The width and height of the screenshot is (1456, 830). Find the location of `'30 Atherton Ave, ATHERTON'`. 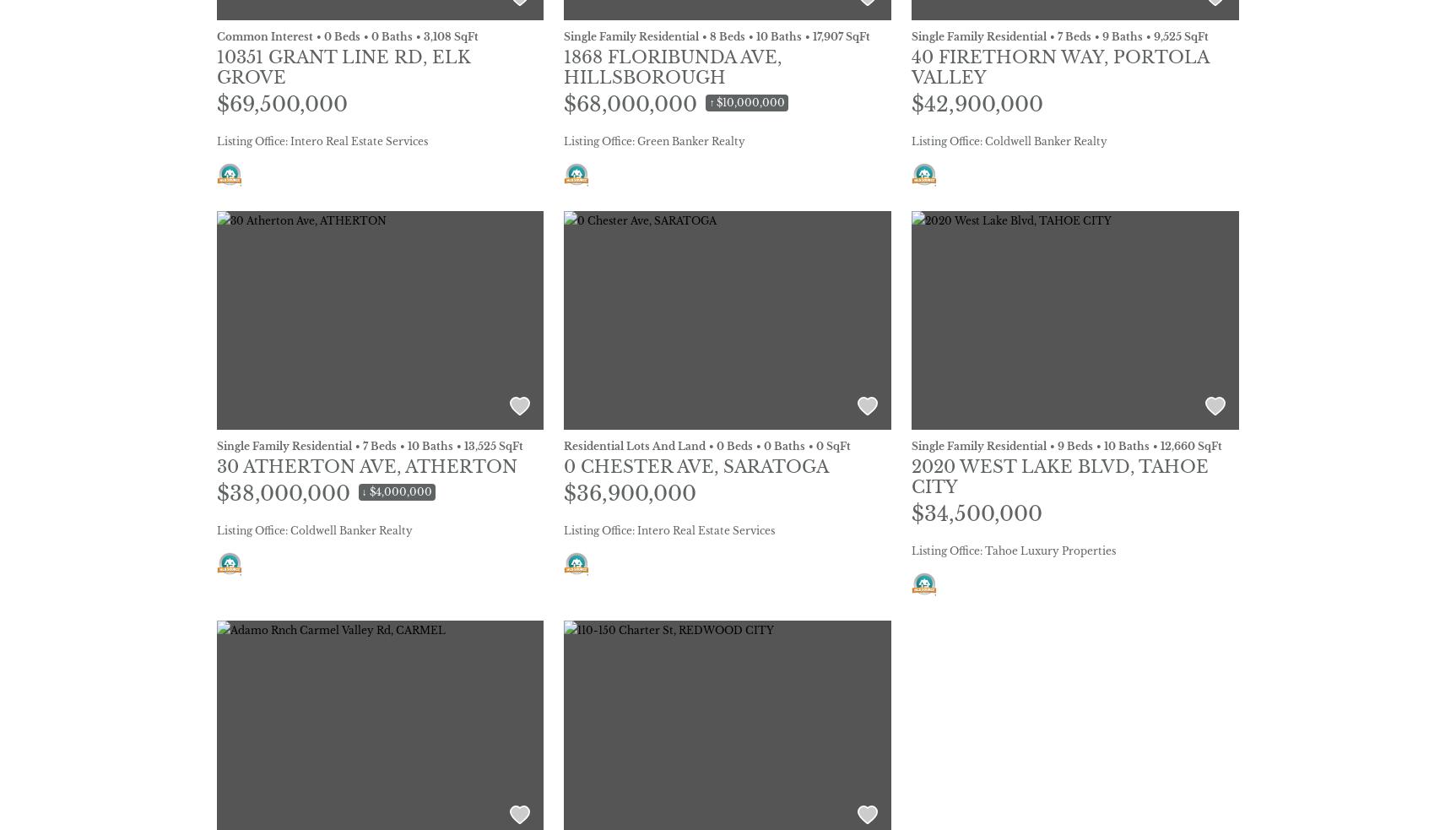

'30 Atherton Ave, ATHERTON' is located at coordinates (365, 465).